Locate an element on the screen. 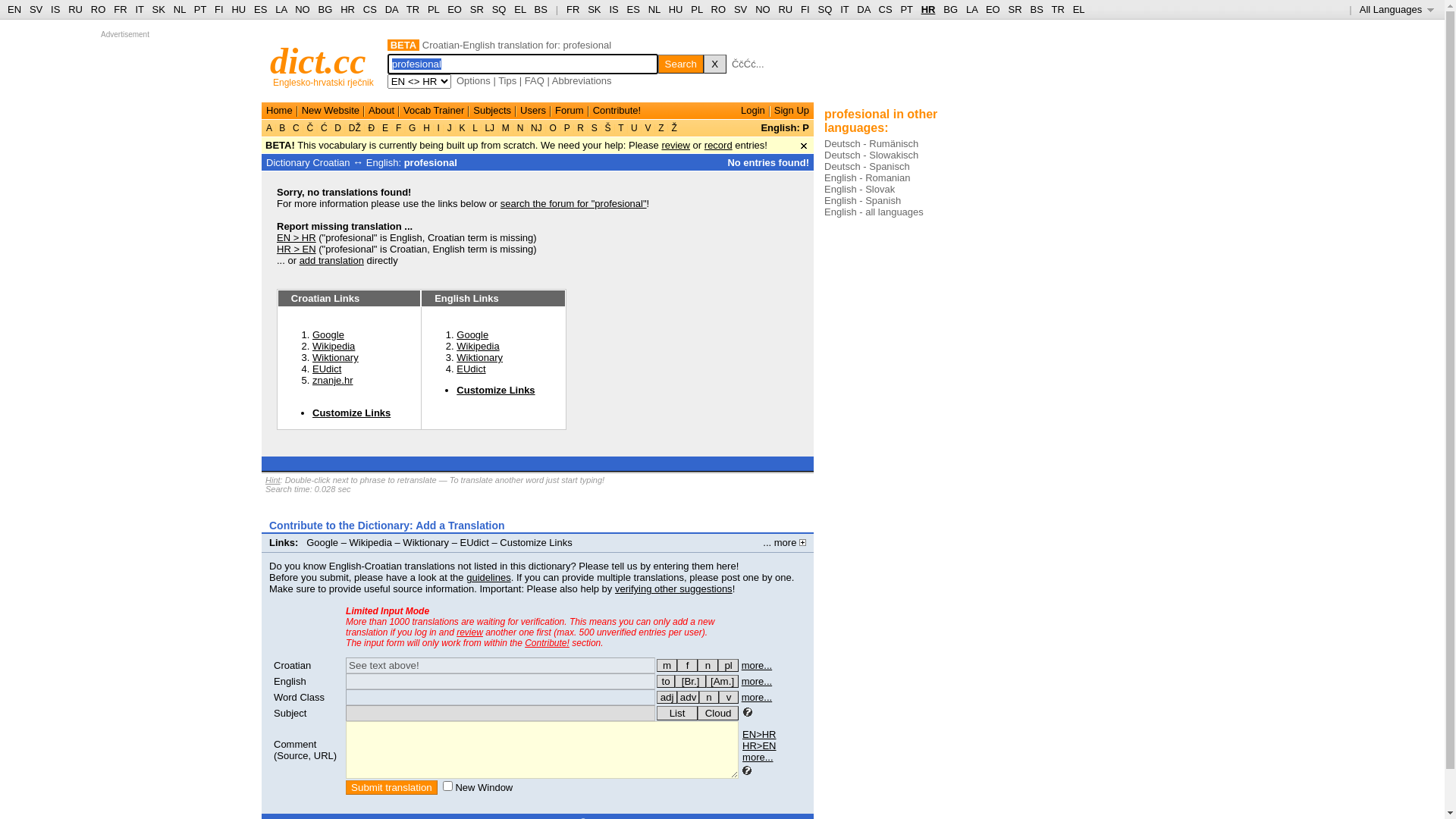 Image resolution: width=1456 pixels, height=819 pixels. 'Home' is located at coordinates (279, 109).